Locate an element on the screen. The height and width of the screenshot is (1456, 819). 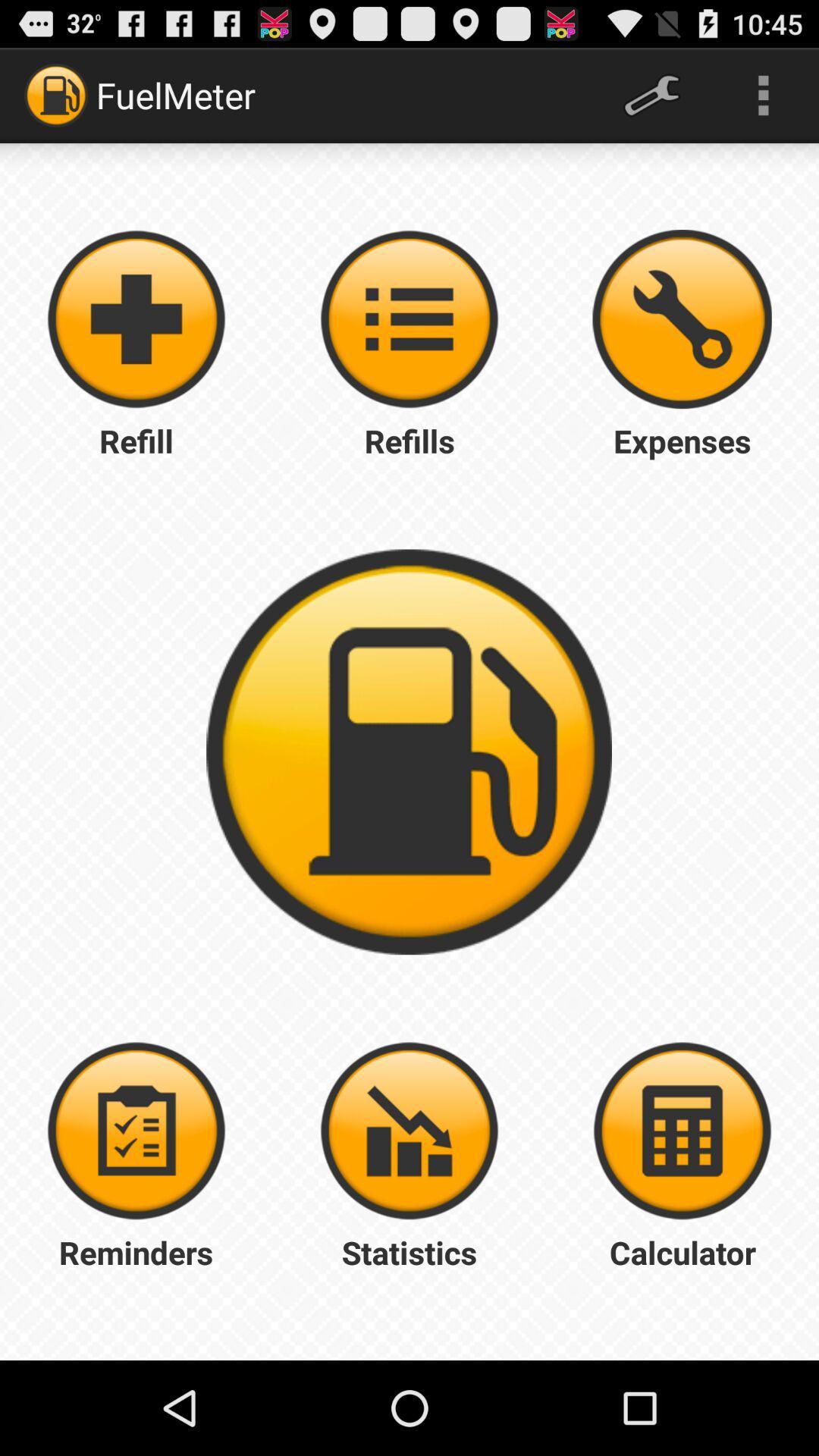
the app above the statistics icon is located at coordinates (409, 1131).